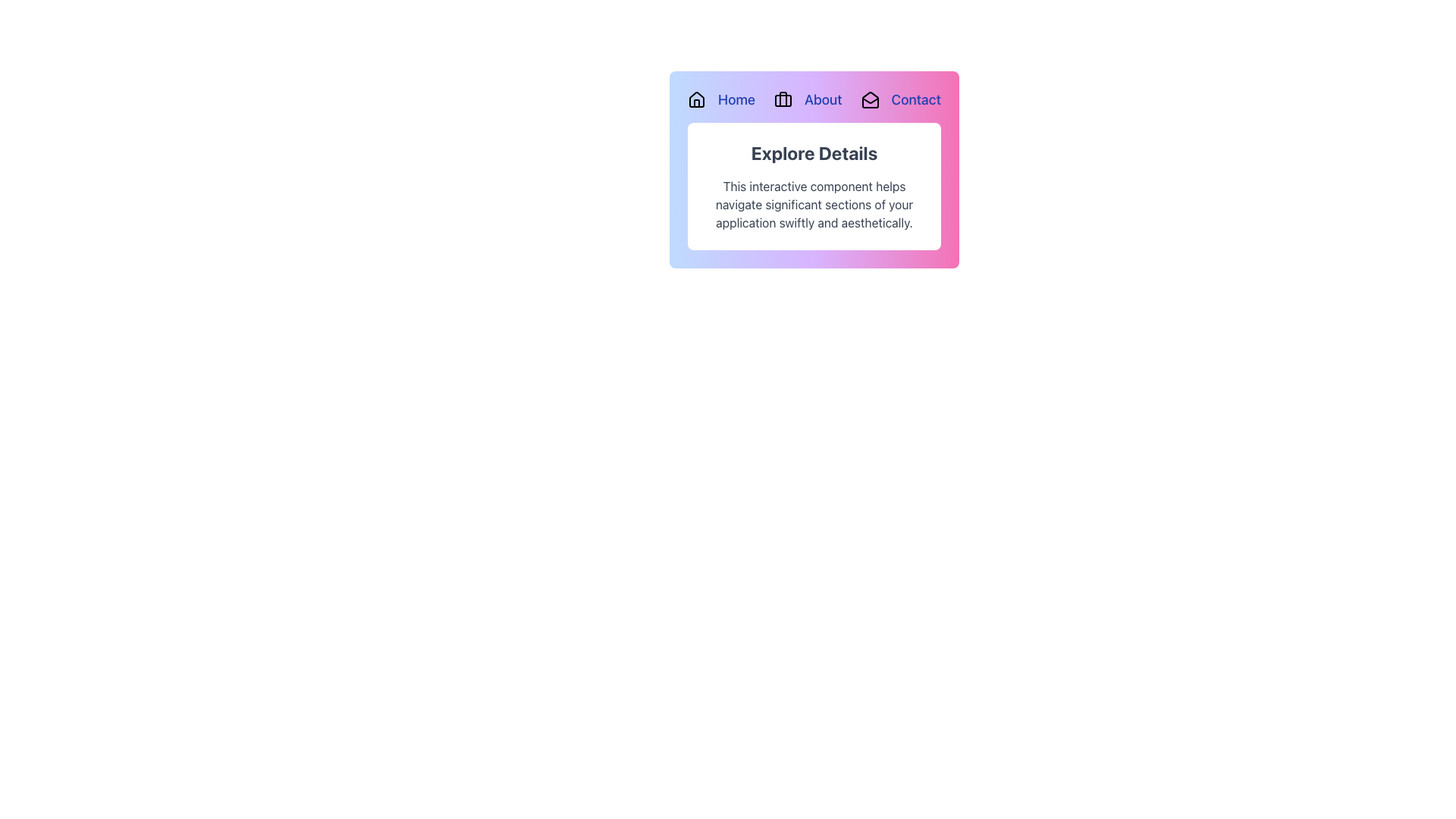 The width and height of the screenshot is (1456, 819). What do you see at coordinates (720, 99) in the screenshot?
I see `the first hyperlink in the navigation bar at the top of the card layout` at bounding box center [720, 99].